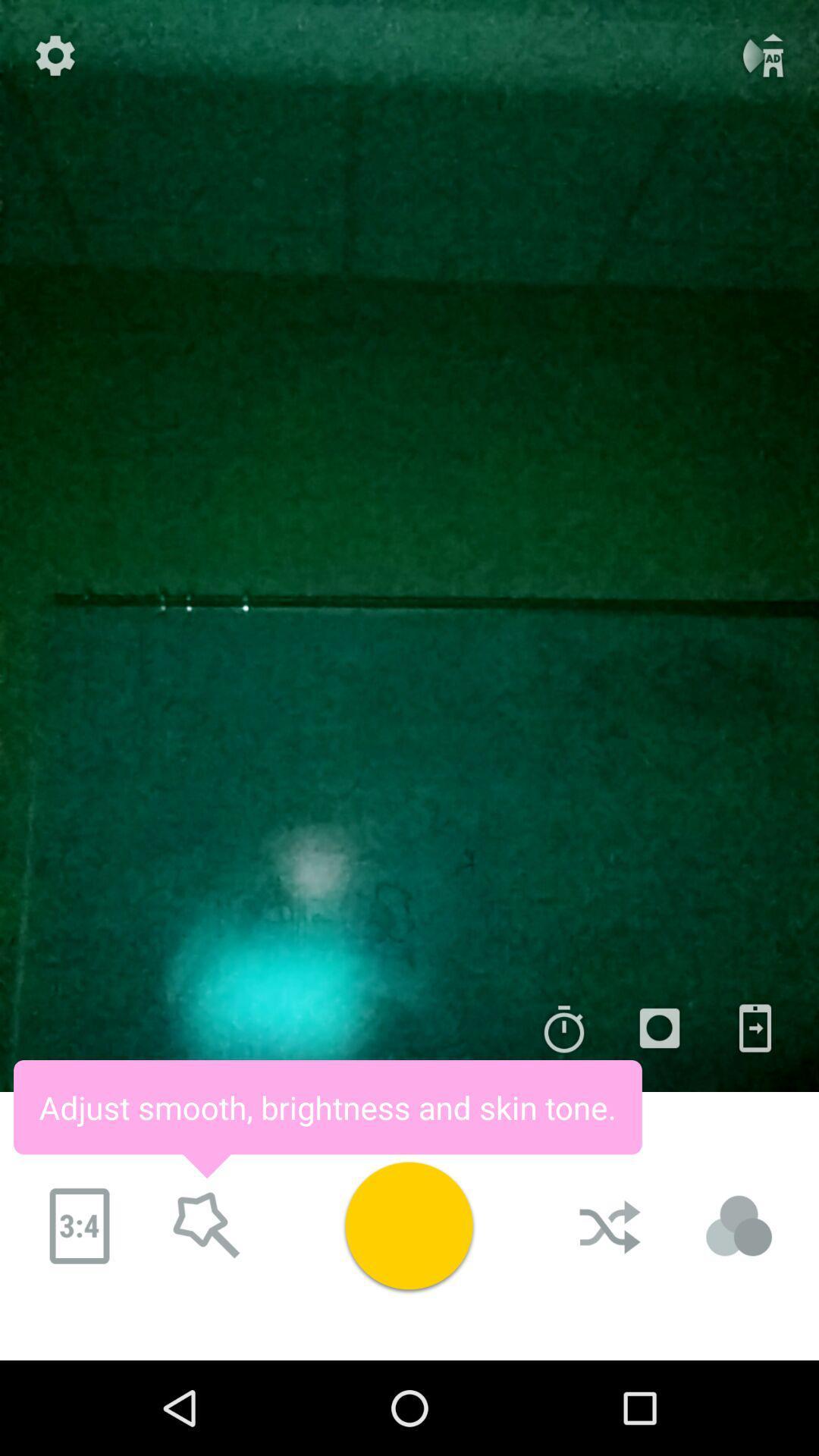  Describe the element at coordinates (610, 1226) in the screenshot. I see `shuffle` at that location.